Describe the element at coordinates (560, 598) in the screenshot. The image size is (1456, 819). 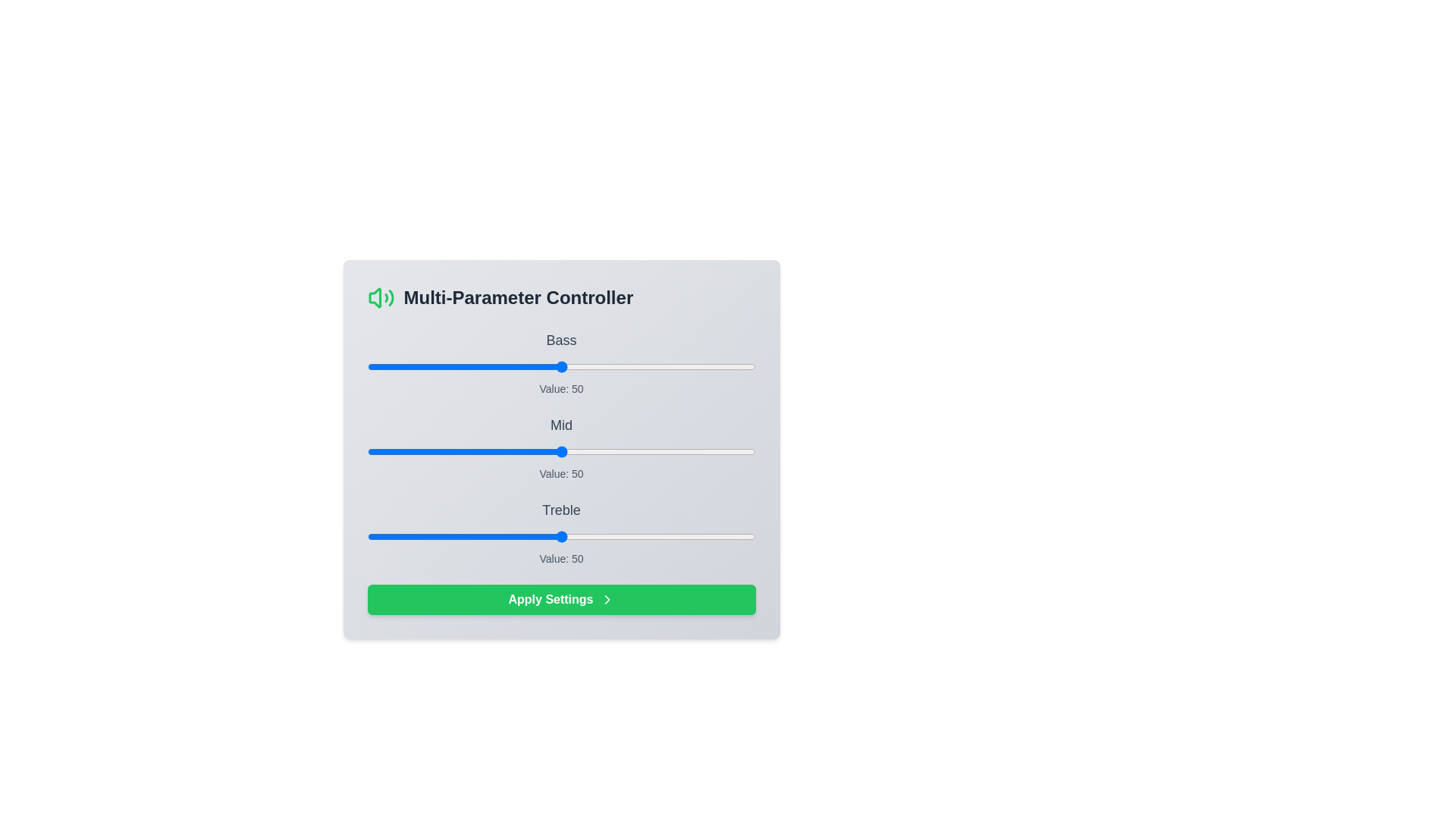
I see `the 'Apply Settings' button` at that location.